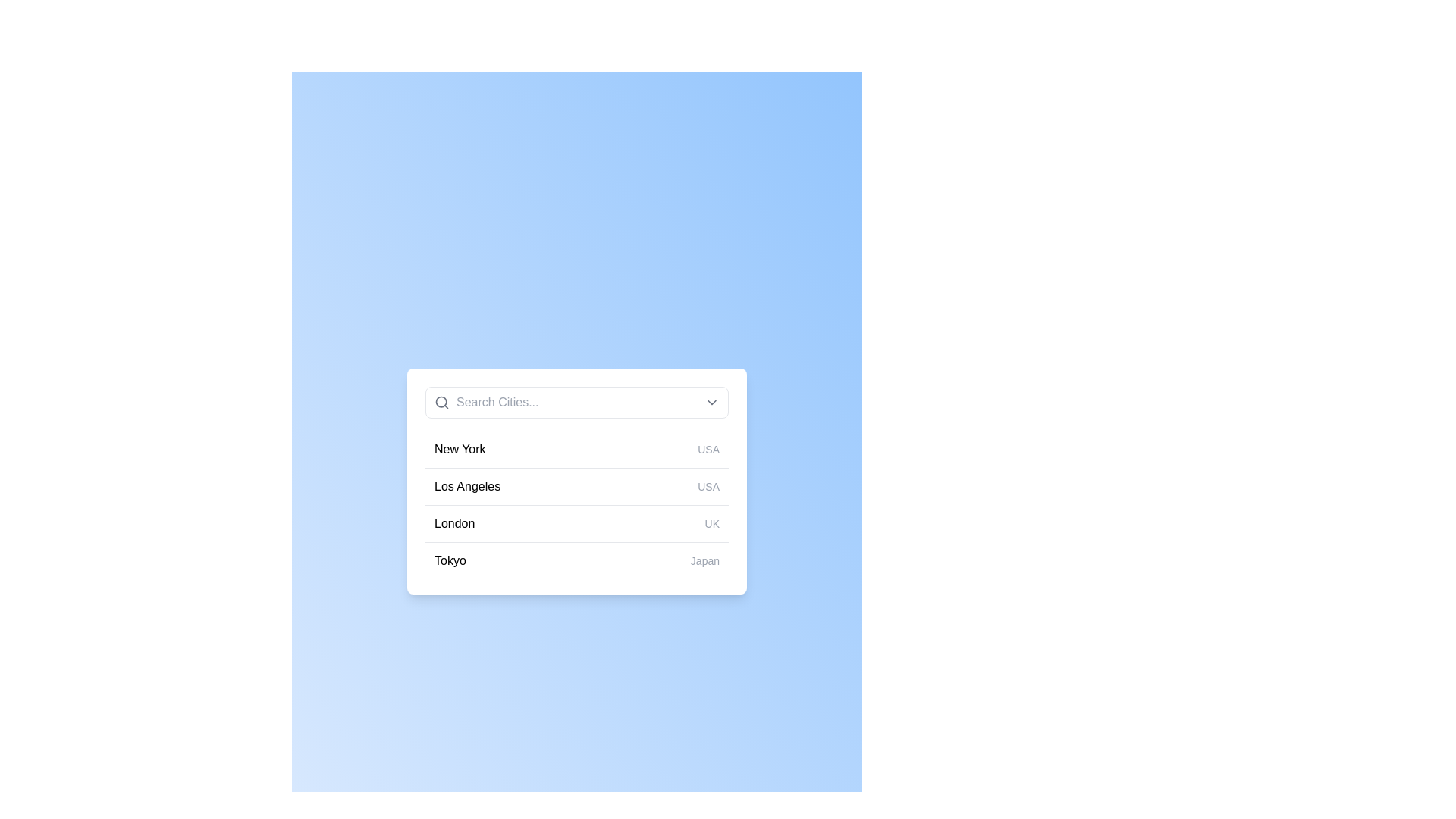  What do you see at coordinates (711, 522) in the screenshot?
I see `the text label displaying 'UK' located in the bottom-right area of the row, which has 'London' on the left` at bounding box center [711, 522].